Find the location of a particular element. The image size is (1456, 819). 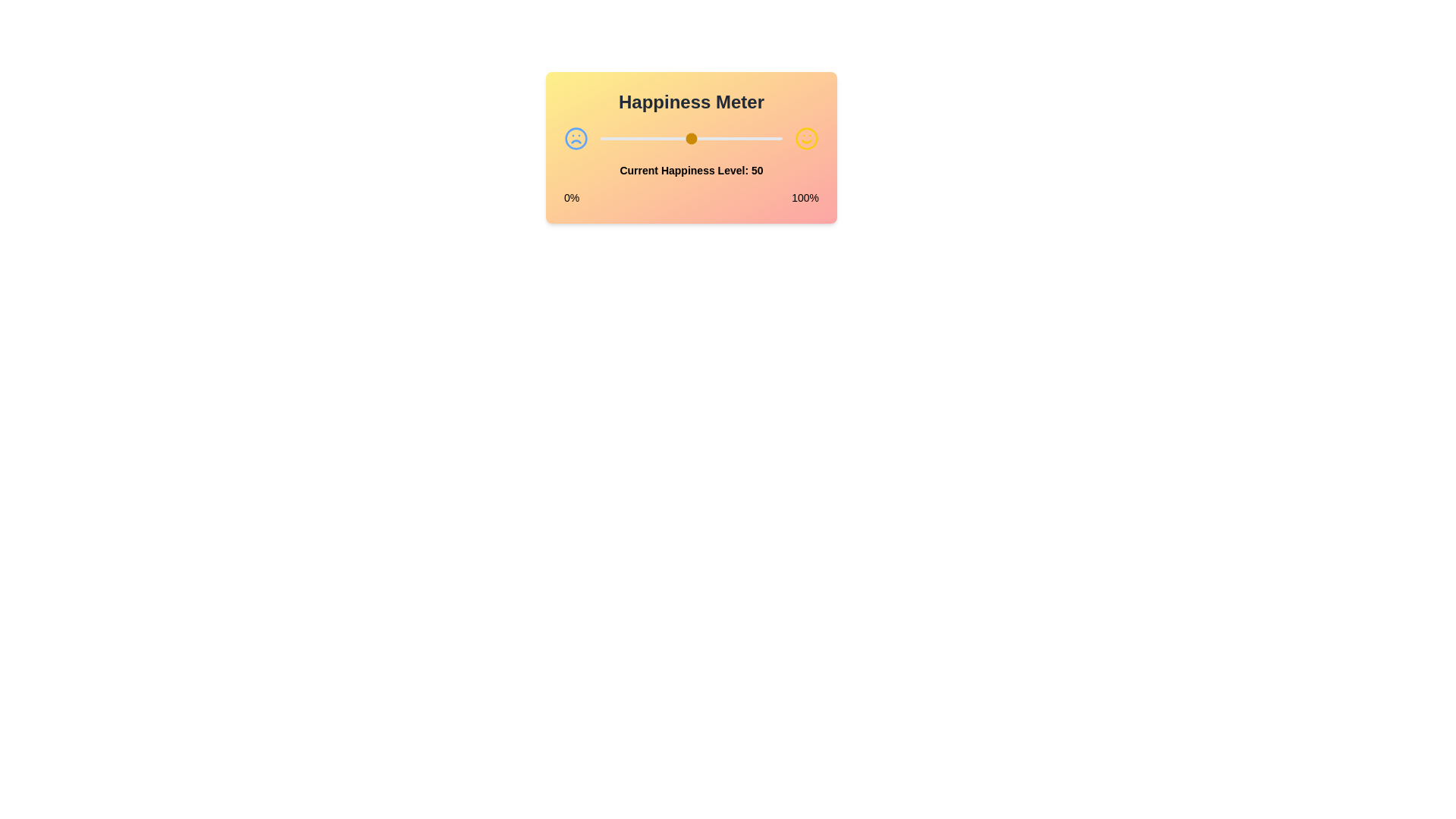

the happiness level to 32 by dragging the slider is located at coordinates (658, 138).